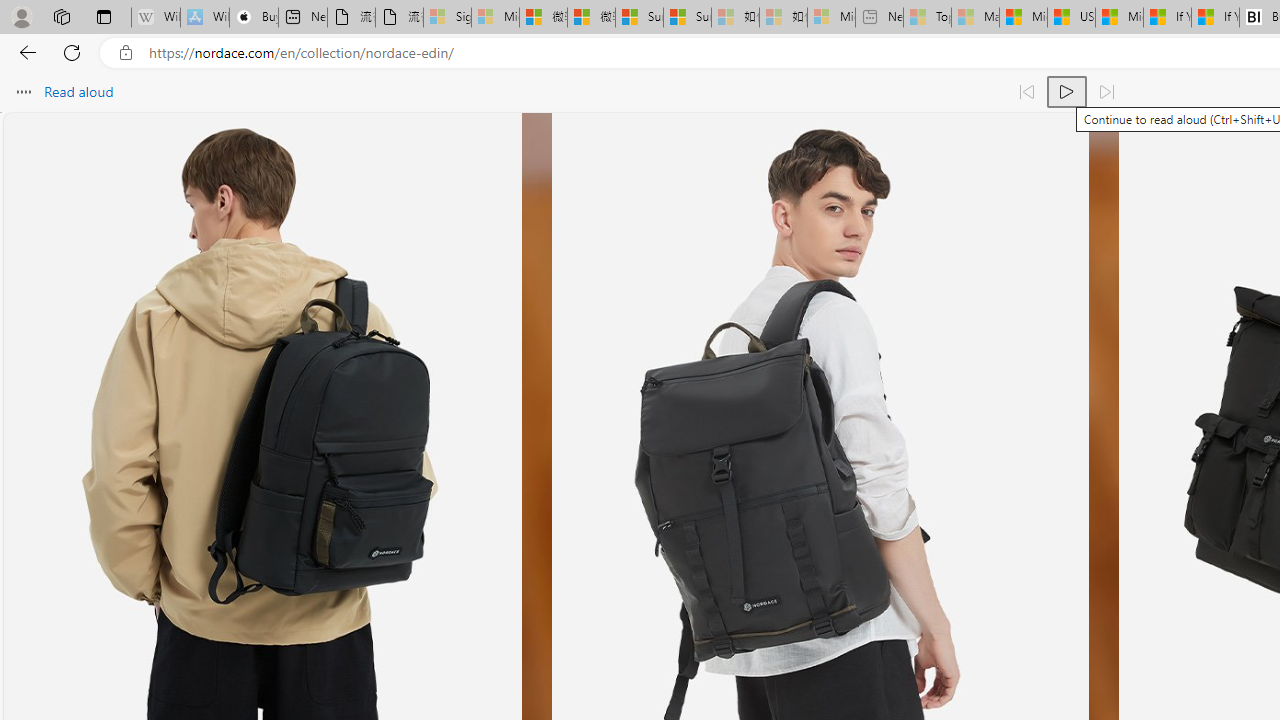 The height and width of the screenshot is (720, 1280). What do you see at coordinates (1104, 92) in the screenshot?
I see `'Read next paragraph'` at bounding box center [1104, 92].